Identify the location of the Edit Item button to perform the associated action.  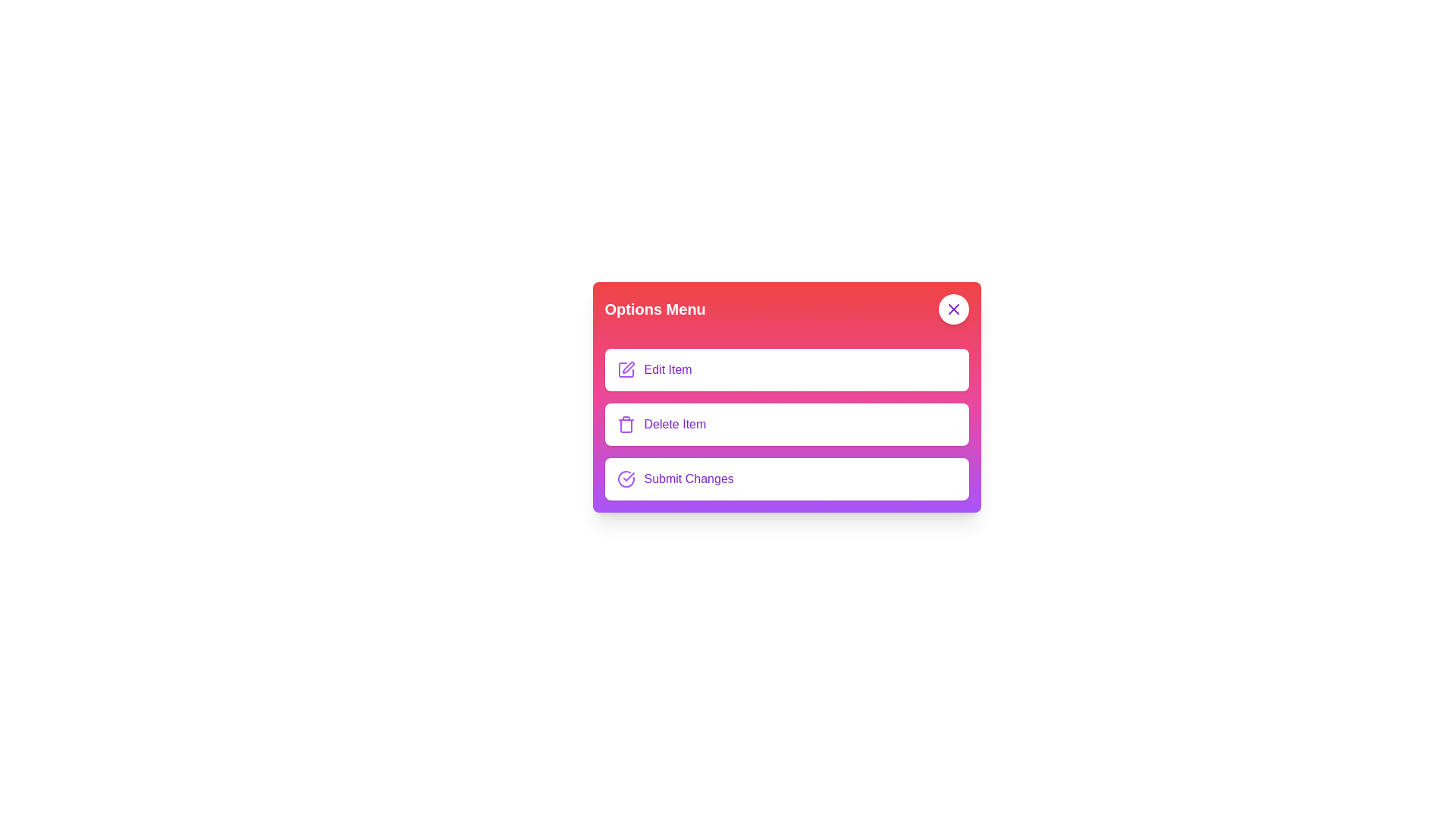
(626, 370).